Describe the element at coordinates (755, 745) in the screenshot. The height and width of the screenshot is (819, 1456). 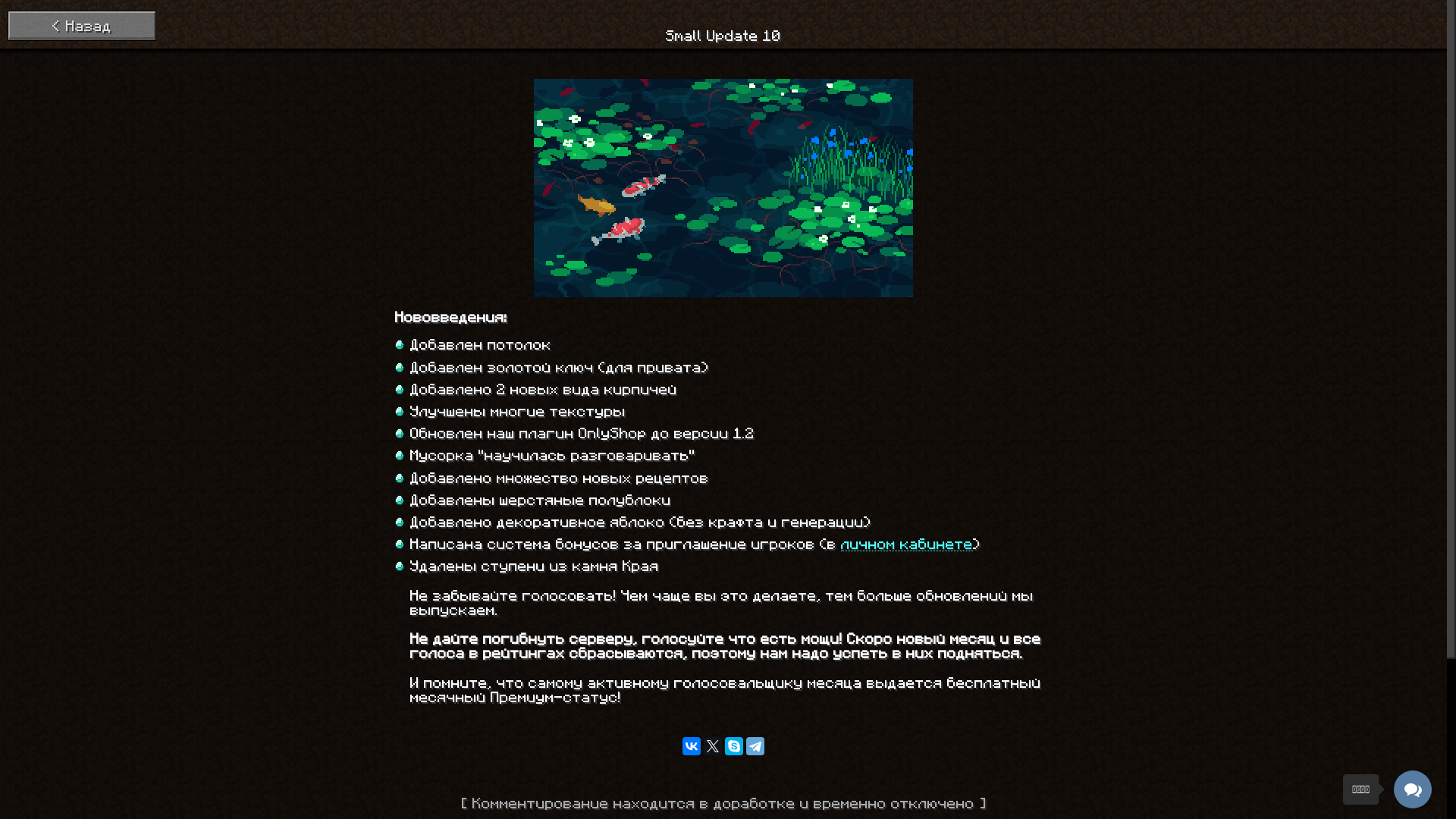
I see `'Telegram'` at that location.